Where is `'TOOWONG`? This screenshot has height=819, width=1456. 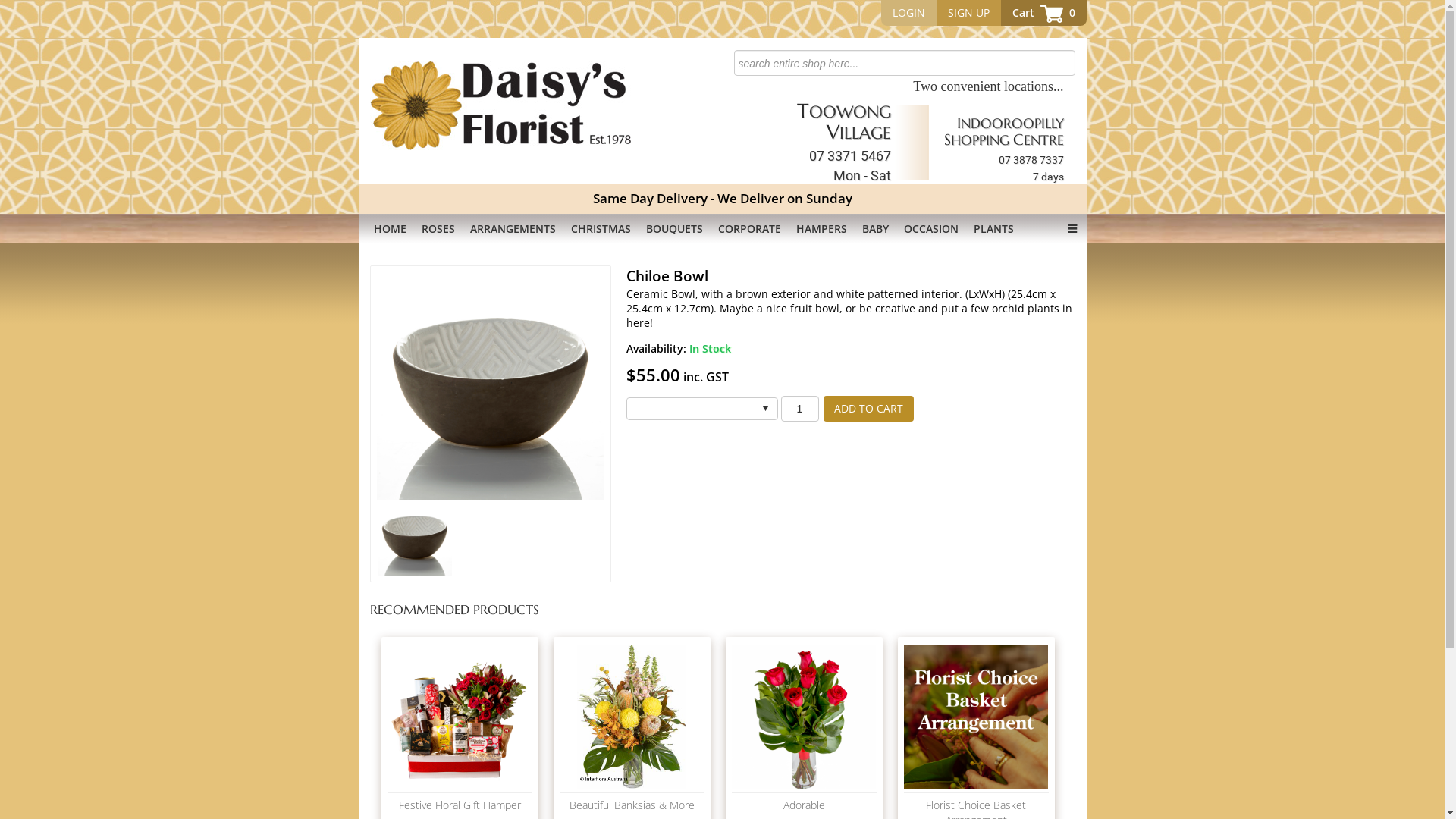 'TOOWONG is located at coordinates (843, 141).